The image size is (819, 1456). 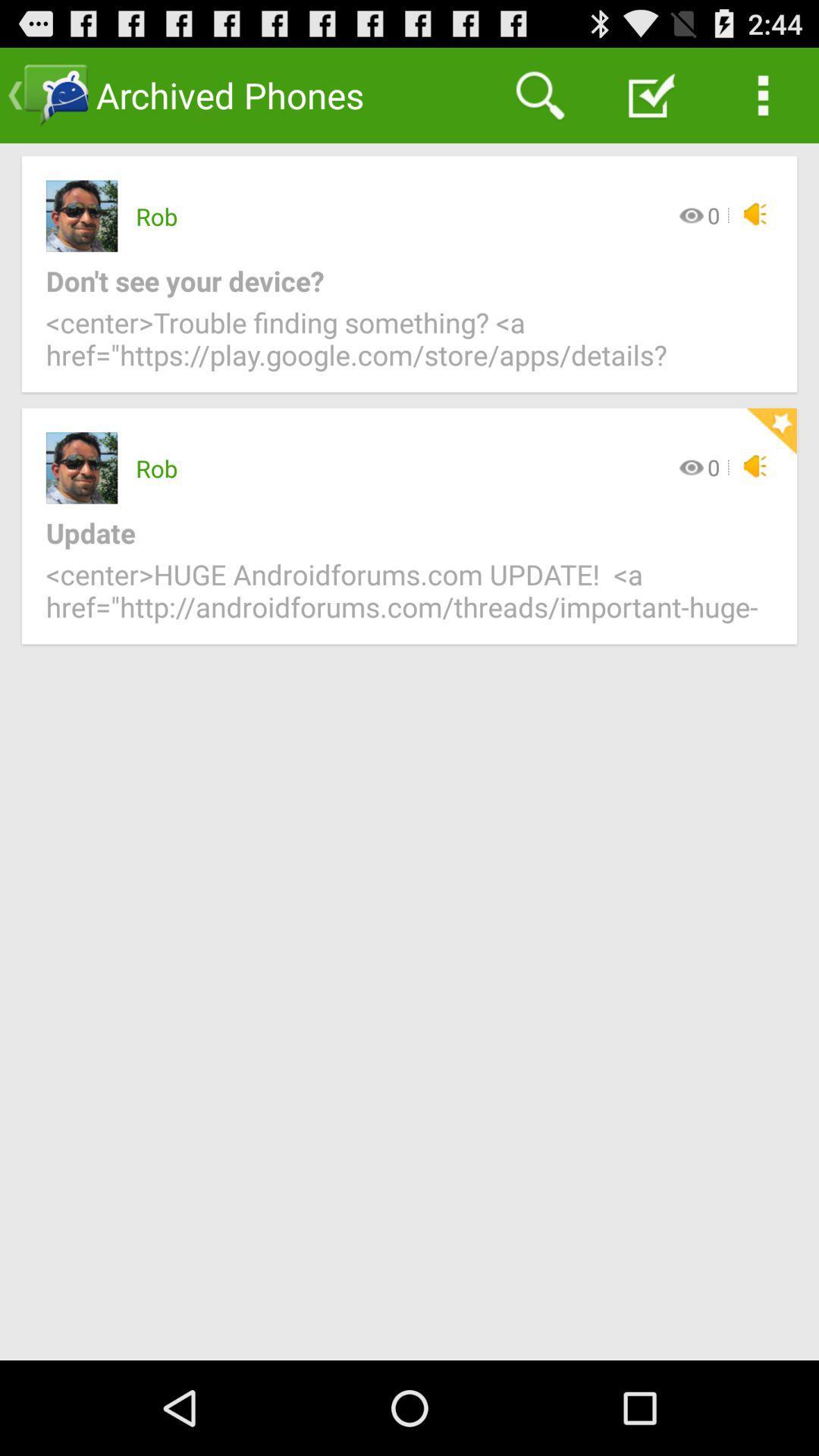 I want to click on item below center trouble finding icon, so click(x=771, y=430).